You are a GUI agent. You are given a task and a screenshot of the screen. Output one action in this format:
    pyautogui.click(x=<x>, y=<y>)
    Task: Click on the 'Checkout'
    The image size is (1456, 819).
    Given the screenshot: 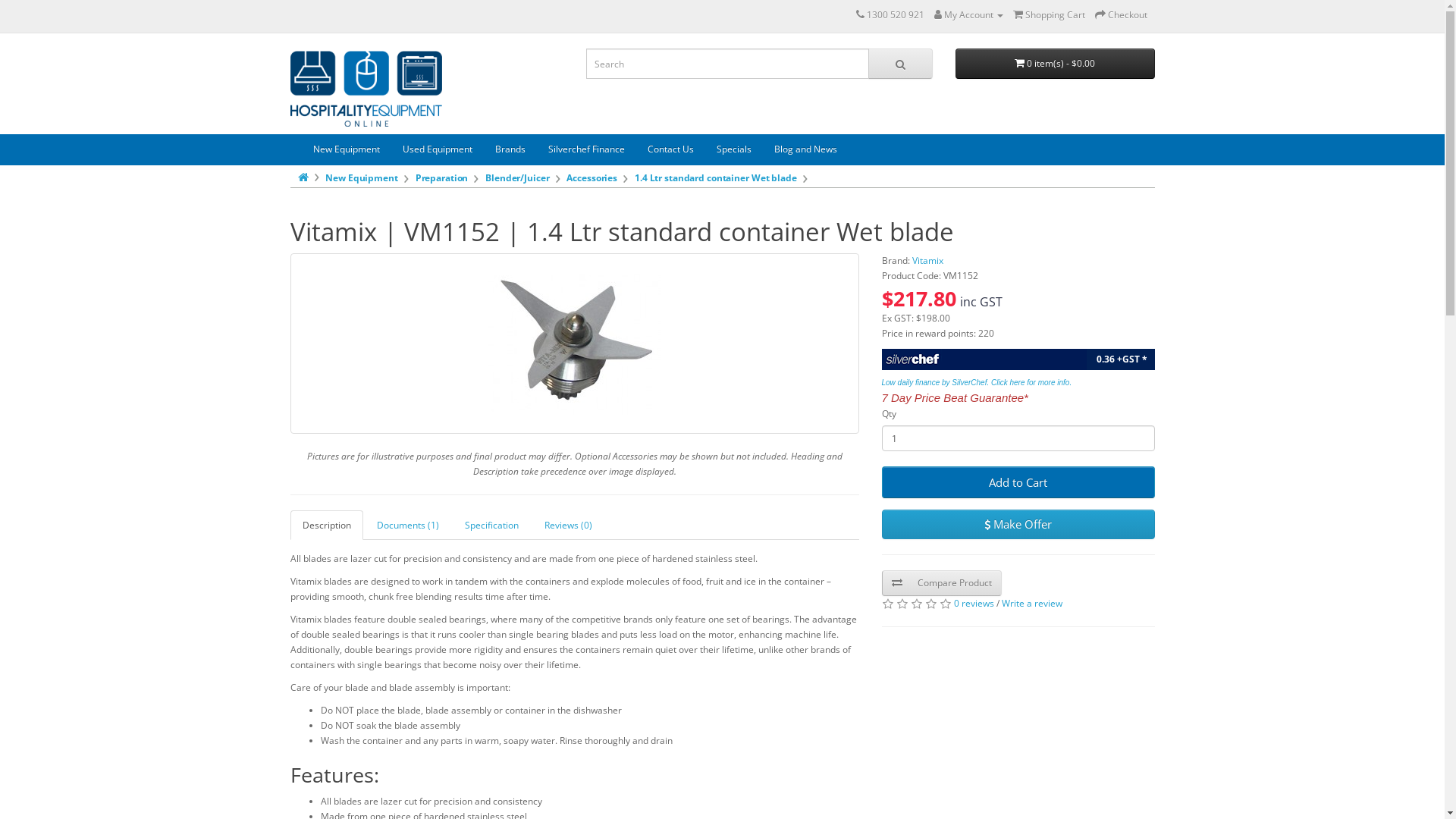 What is the action you would take?
    pyautogui.click(x=1095, y=14)
    